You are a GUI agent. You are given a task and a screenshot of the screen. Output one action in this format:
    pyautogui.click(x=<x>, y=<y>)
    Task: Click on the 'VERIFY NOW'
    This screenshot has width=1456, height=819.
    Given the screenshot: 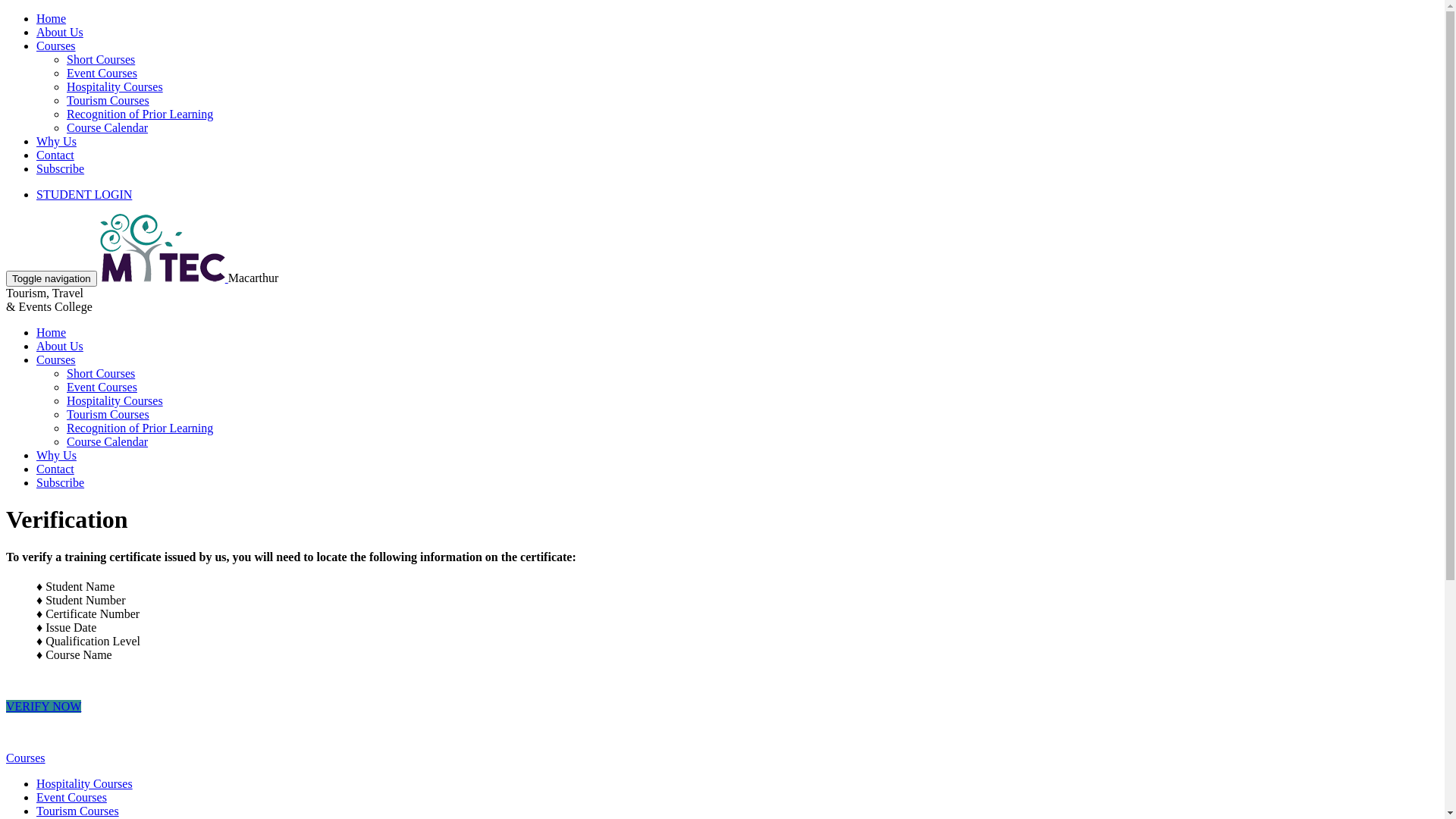 What is the action you would take?
    pyautogui.click(x=43, y=706)
    